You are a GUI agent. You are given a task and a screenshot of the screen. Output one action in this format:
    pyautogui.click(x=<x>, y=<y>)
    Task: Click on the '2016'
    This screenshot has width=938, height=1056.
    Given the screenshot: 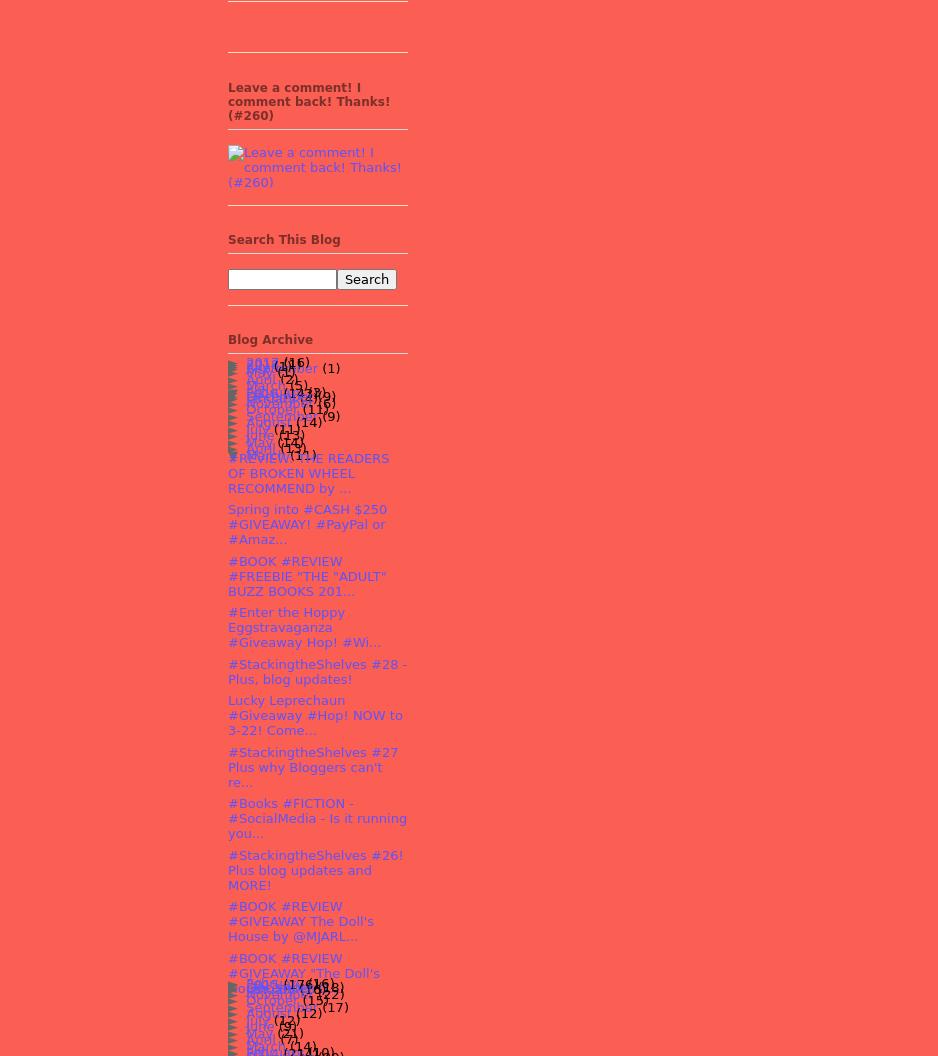 What is the action you would take?
    pyautogui.click(x=245, y=391)
    